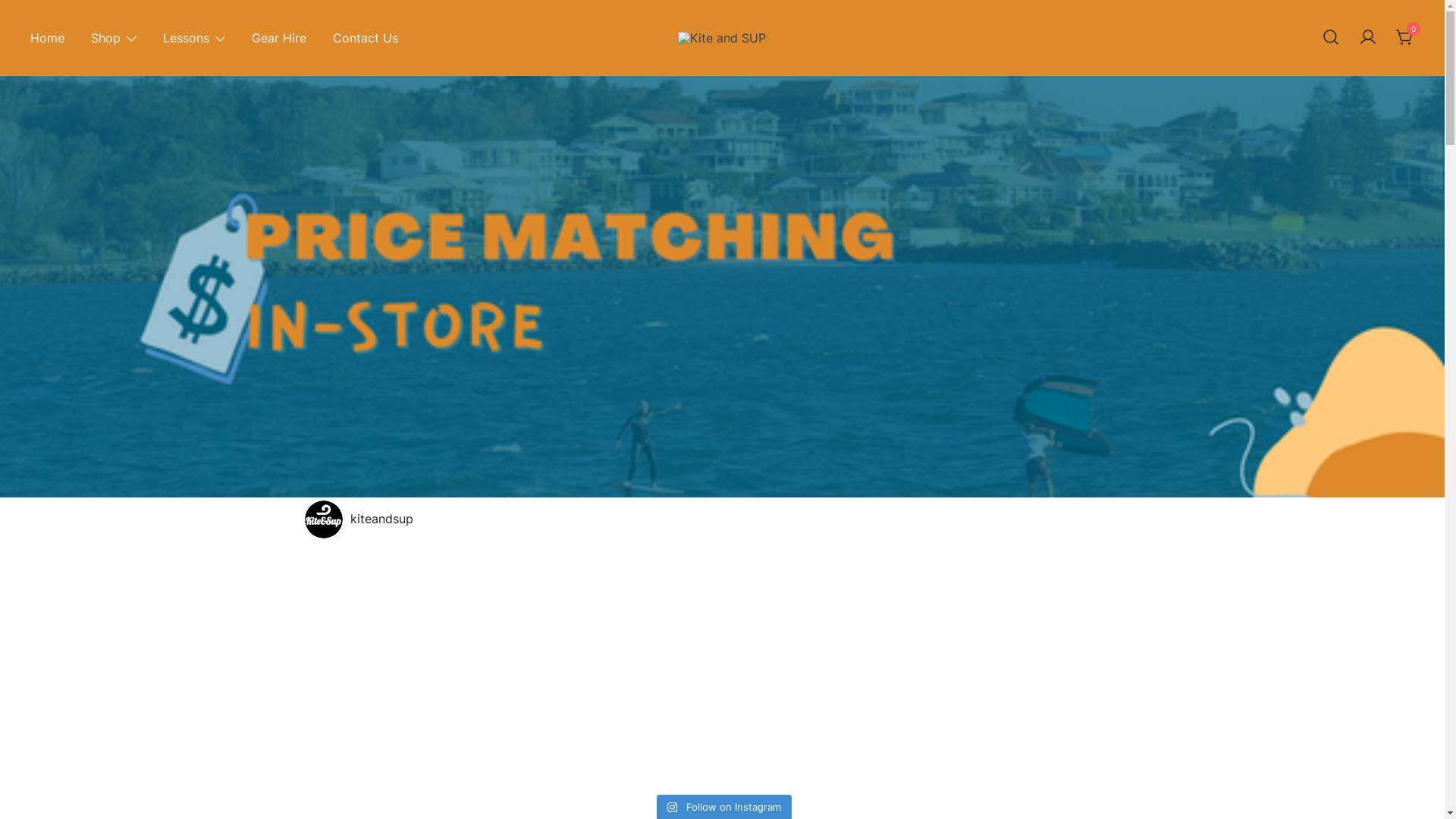  What do you see at coordinates (331, 37) in the screenshot?
I see `'Contact Us'` at bounding box center [331, 37].